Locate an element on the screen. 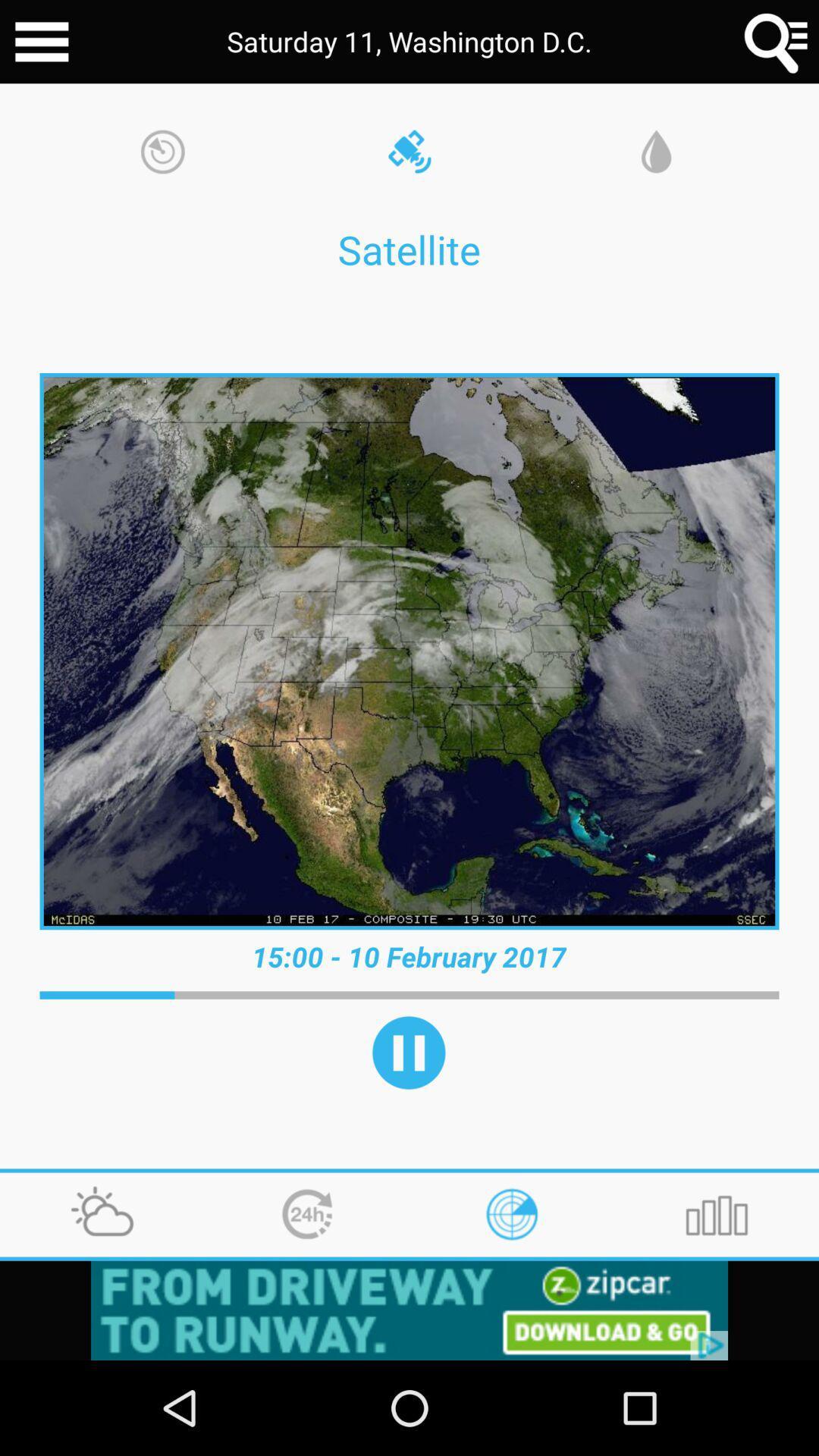 This screenshot has width=819, height=1456. click the advertisement is located at coordinates (409, 1310).